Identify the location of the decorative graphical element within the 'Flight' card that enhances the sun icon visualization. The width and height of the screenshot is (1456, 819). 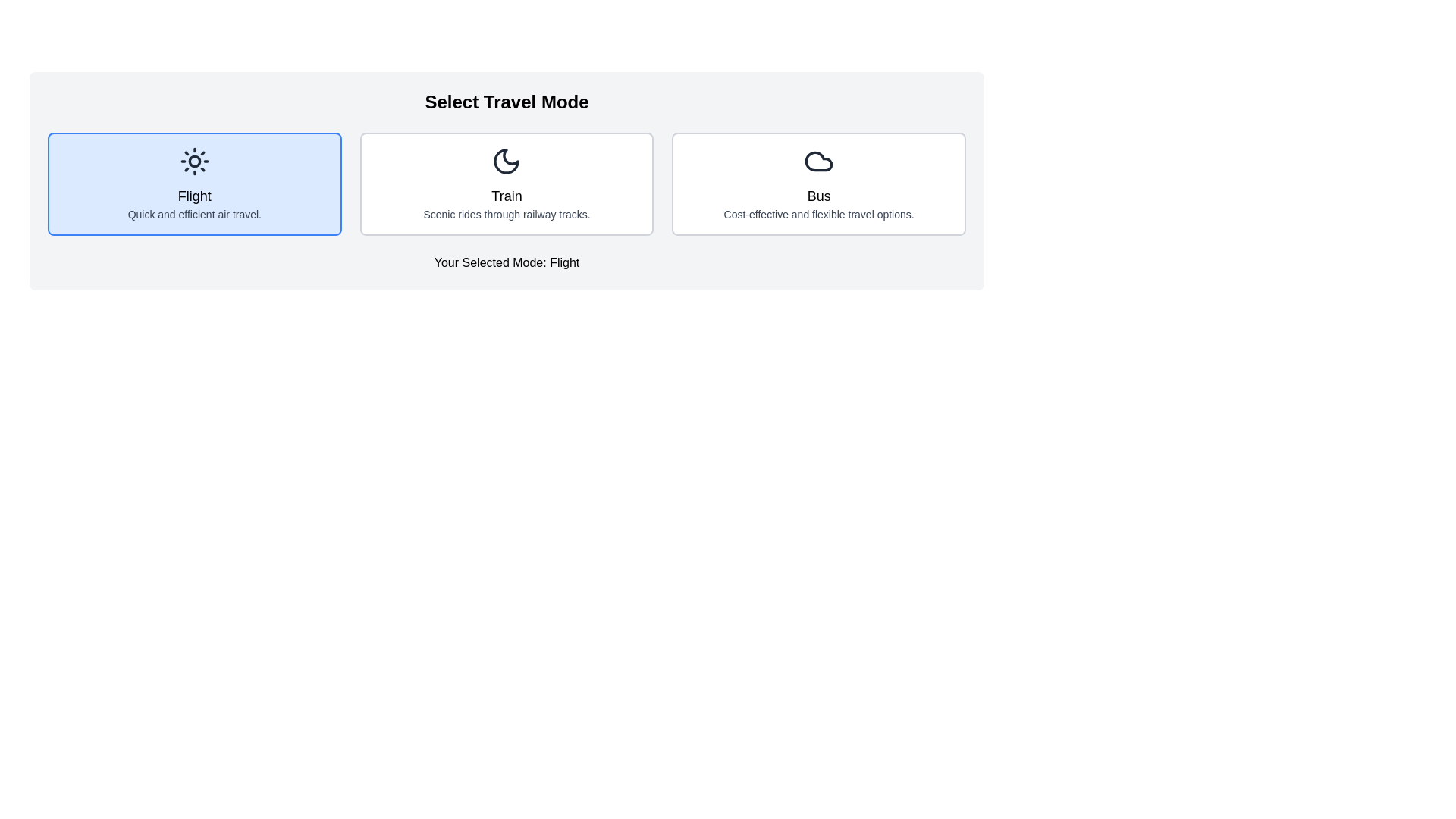
(193, 161).